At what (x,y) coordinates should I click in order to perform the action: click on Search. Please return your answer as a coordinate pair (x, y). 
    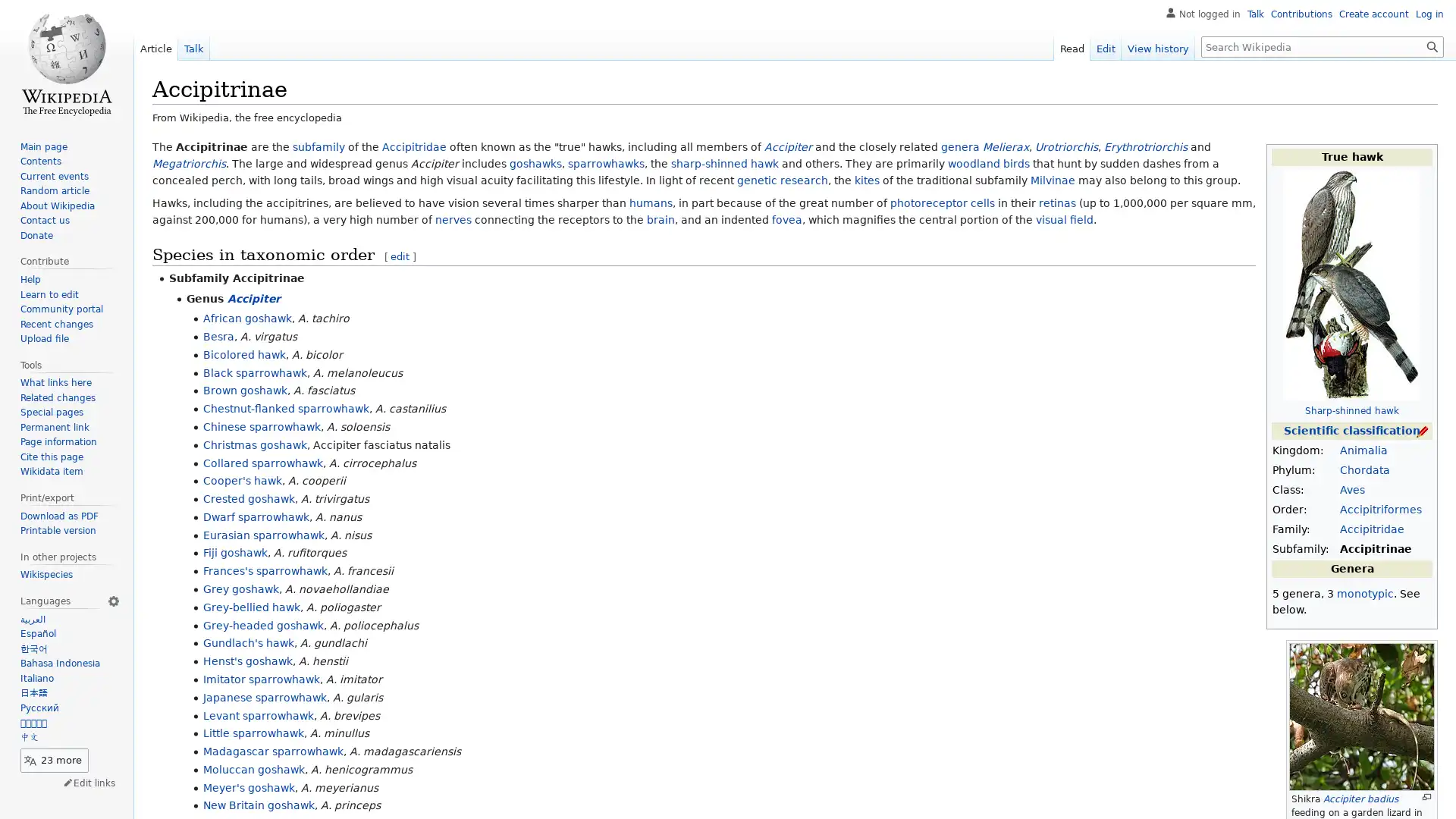
    Looking at the image, I should click on (1432, 45).